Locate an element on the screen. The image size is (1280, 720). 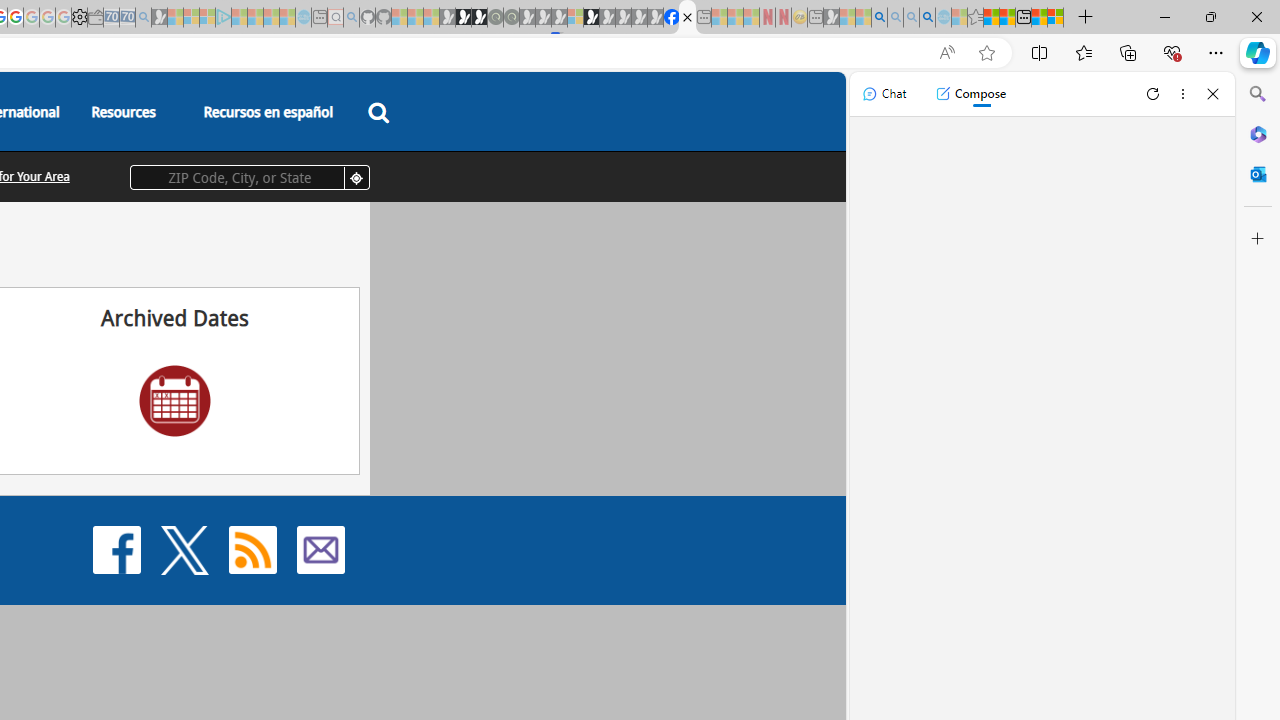
'Google Chrome Internet Browser Download - Search Images' is located at coordinates (927, 17).